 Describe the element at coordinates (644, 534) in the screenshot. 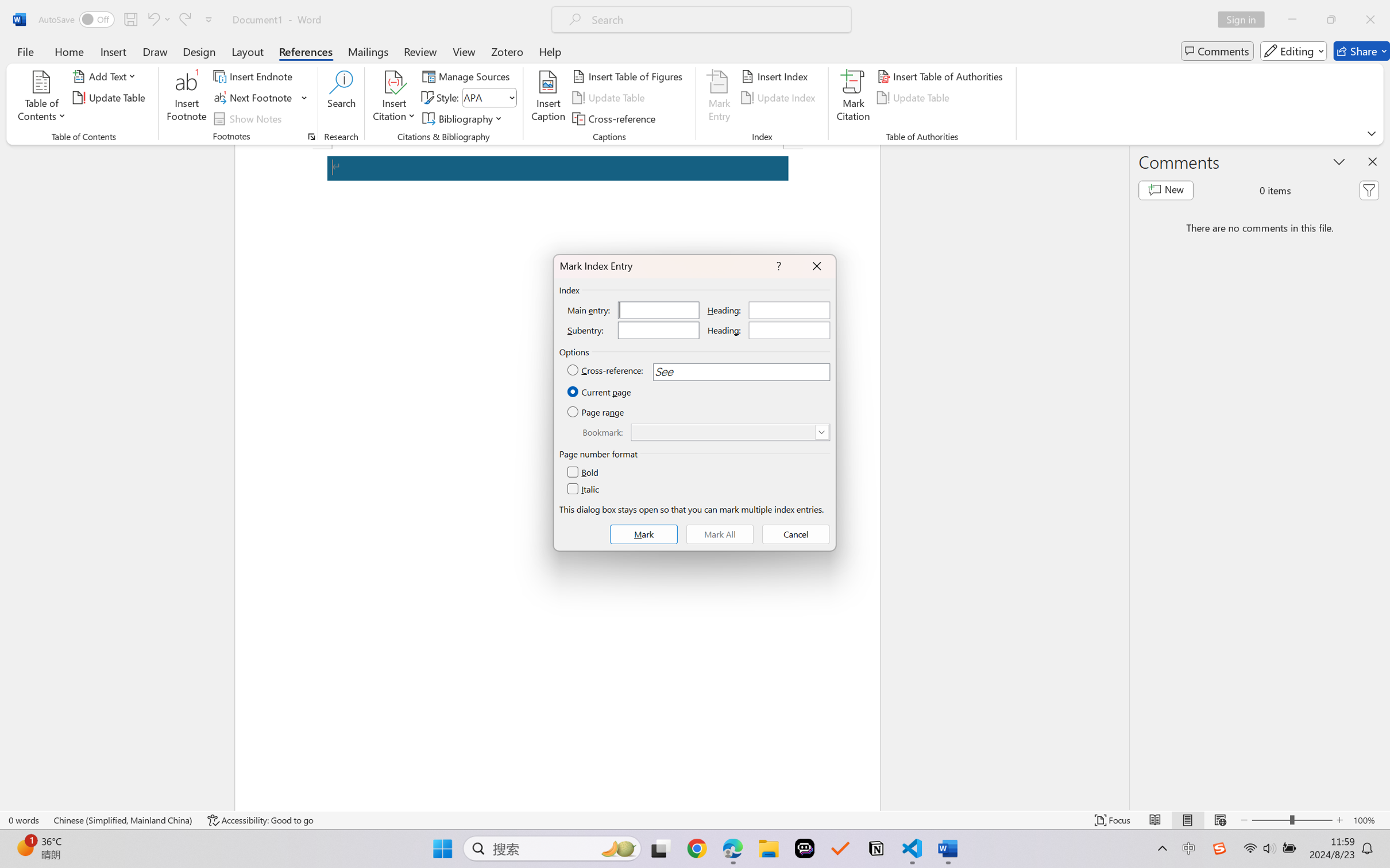

I see `'Mark'` at that location.